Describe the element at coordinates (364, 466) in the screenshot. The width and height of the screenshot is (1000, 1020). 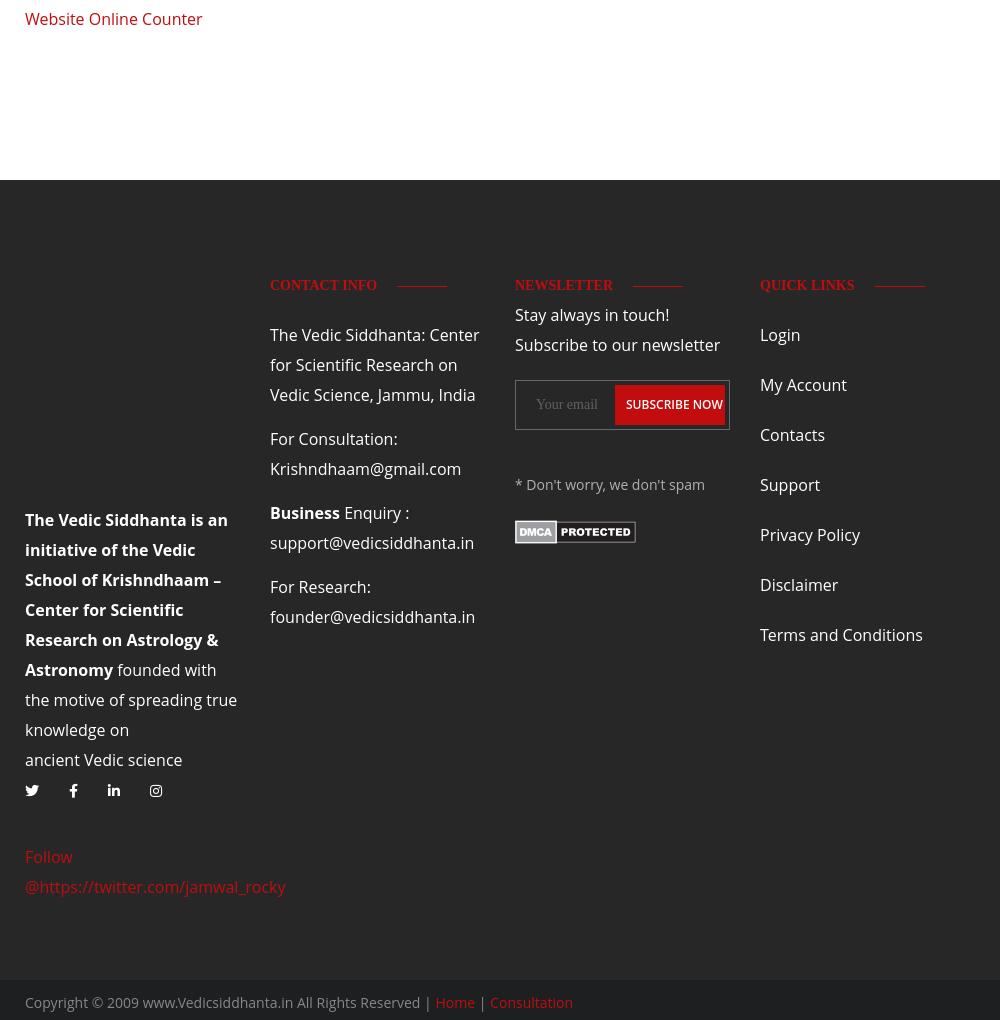
I see `'Krishndhaam@gmail.com'` at that location.